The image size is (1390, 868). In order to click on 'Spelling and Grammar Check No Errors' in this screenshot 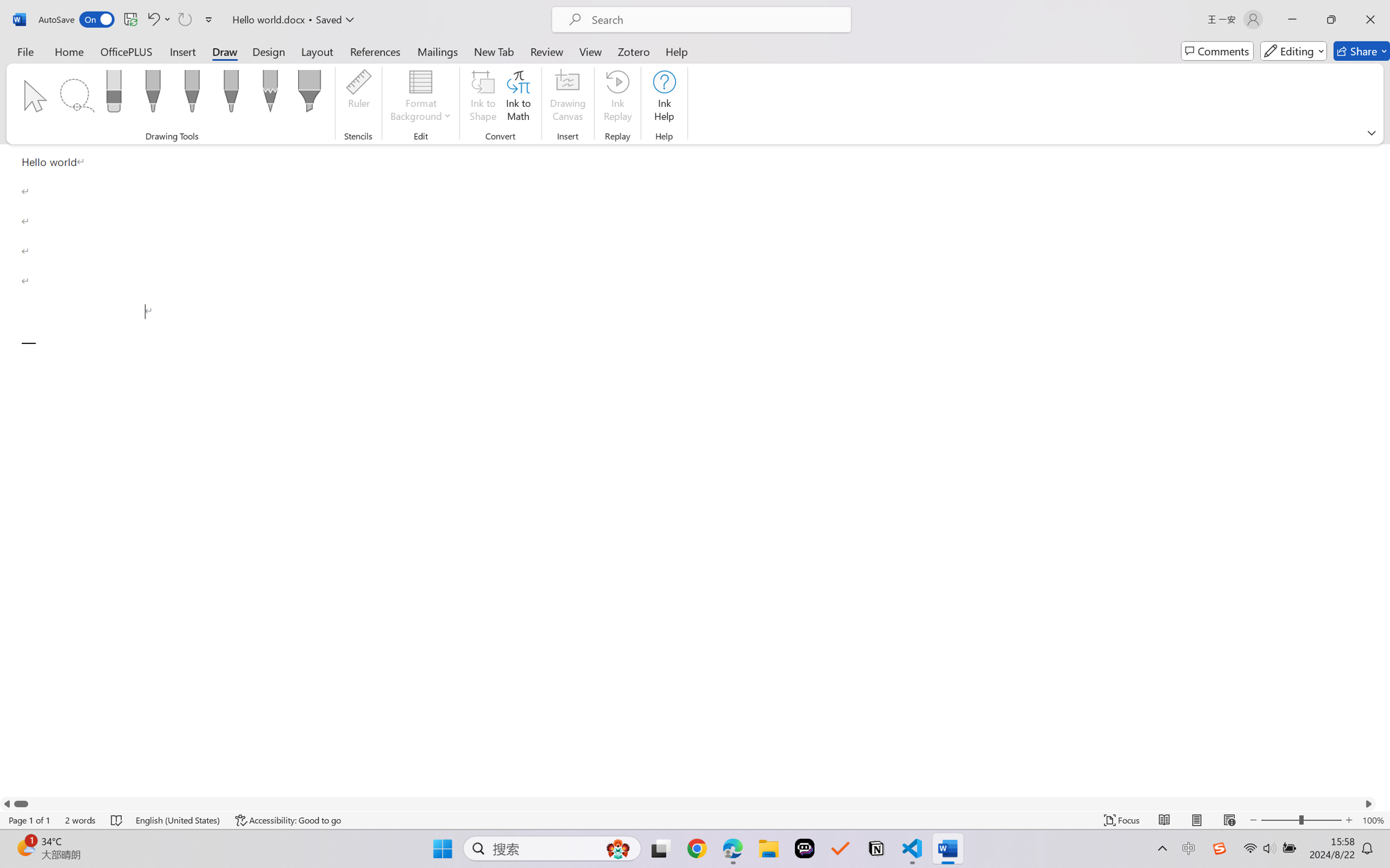, I will do `click(117, 820)`.